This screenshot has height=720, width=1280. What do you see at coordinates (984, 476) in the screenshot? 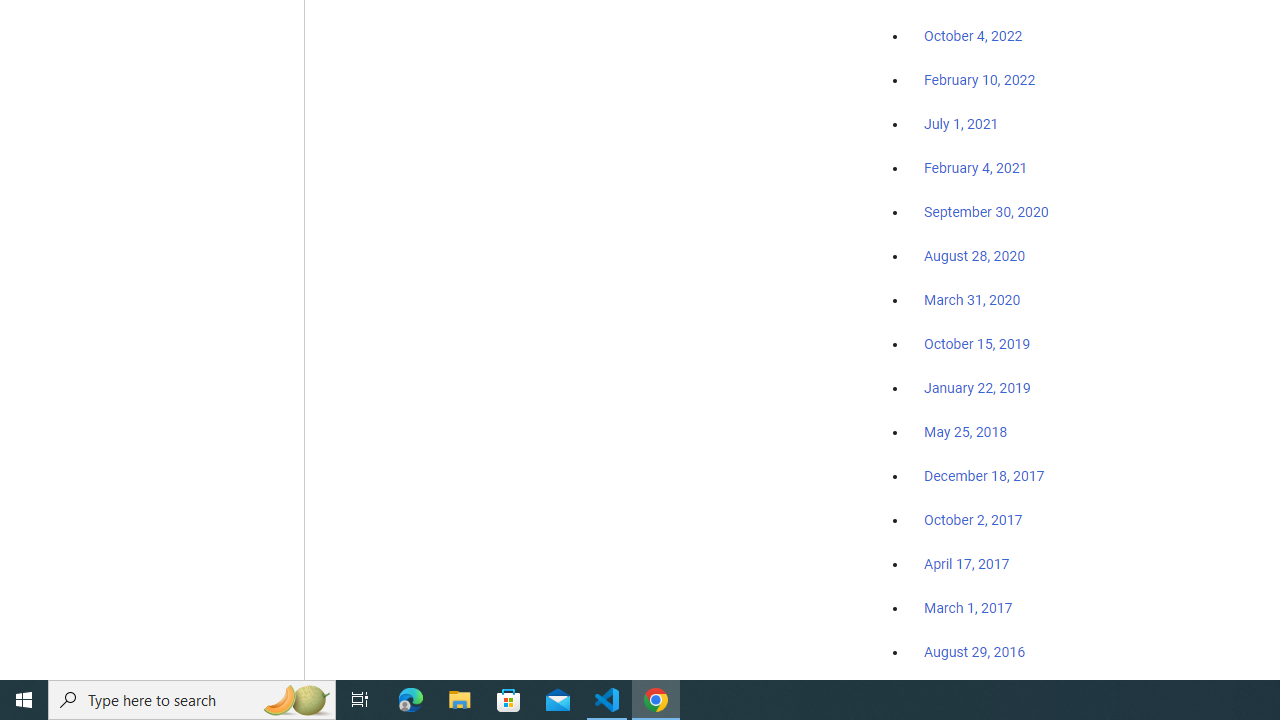
I see `'December 18, 2017'` at bounding box center [984, 476].